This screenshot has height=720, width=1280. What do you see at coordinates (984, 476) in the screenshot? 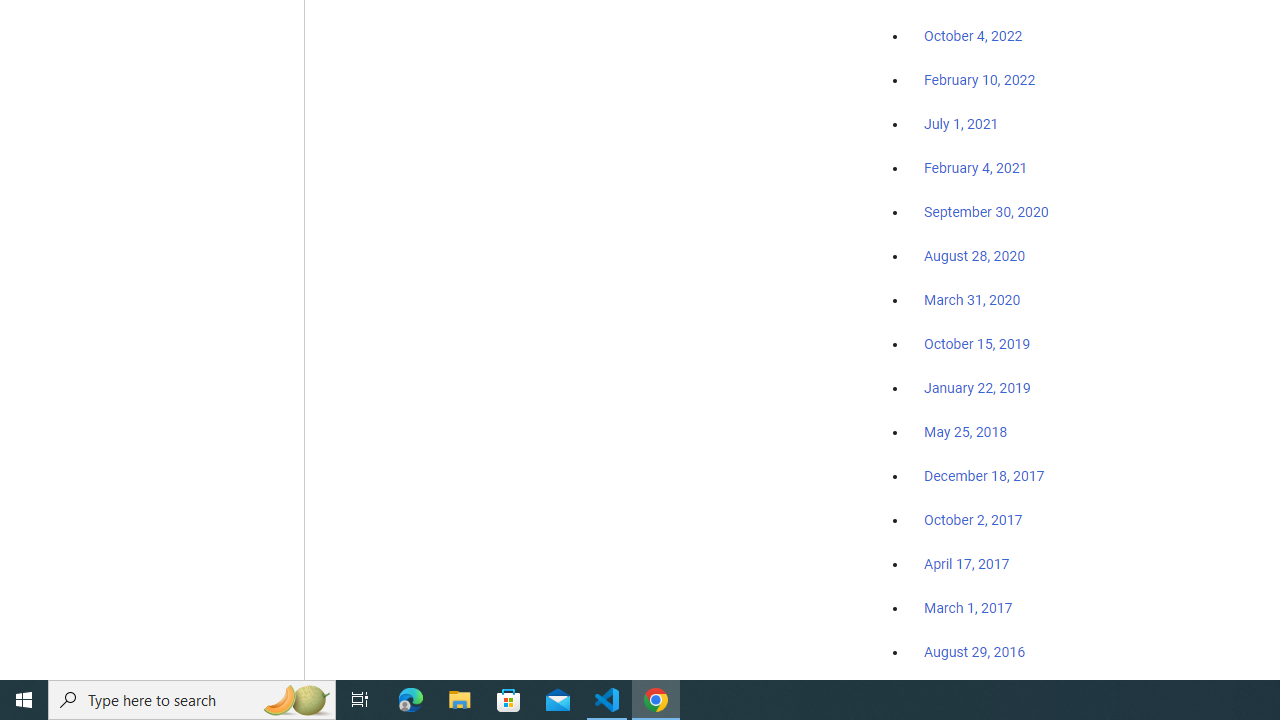
I see `'December 18, 2017'` at bounding box center [984, 476].